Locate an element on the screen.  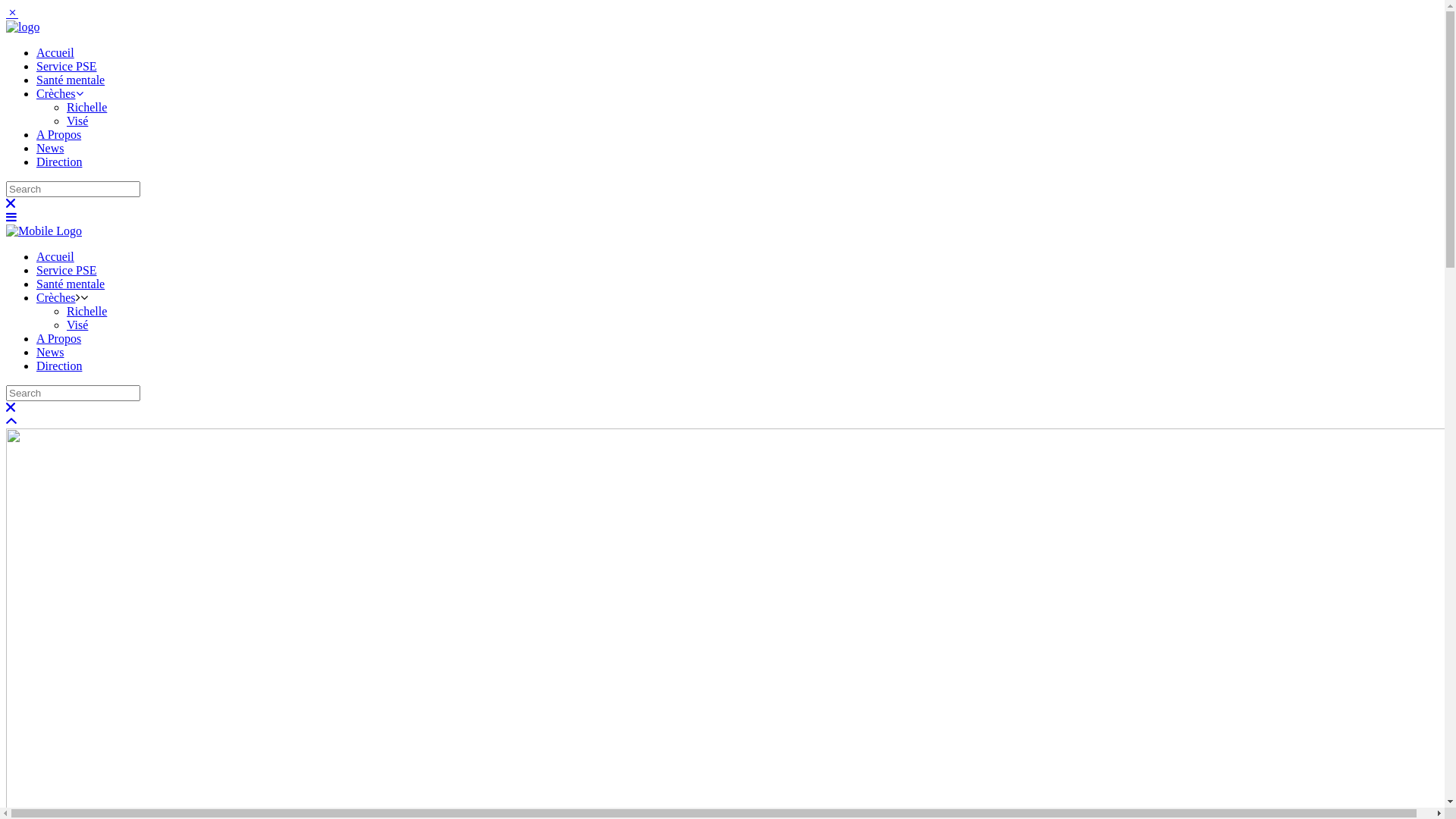
'Accueil' is located at coordinates (55, 52).